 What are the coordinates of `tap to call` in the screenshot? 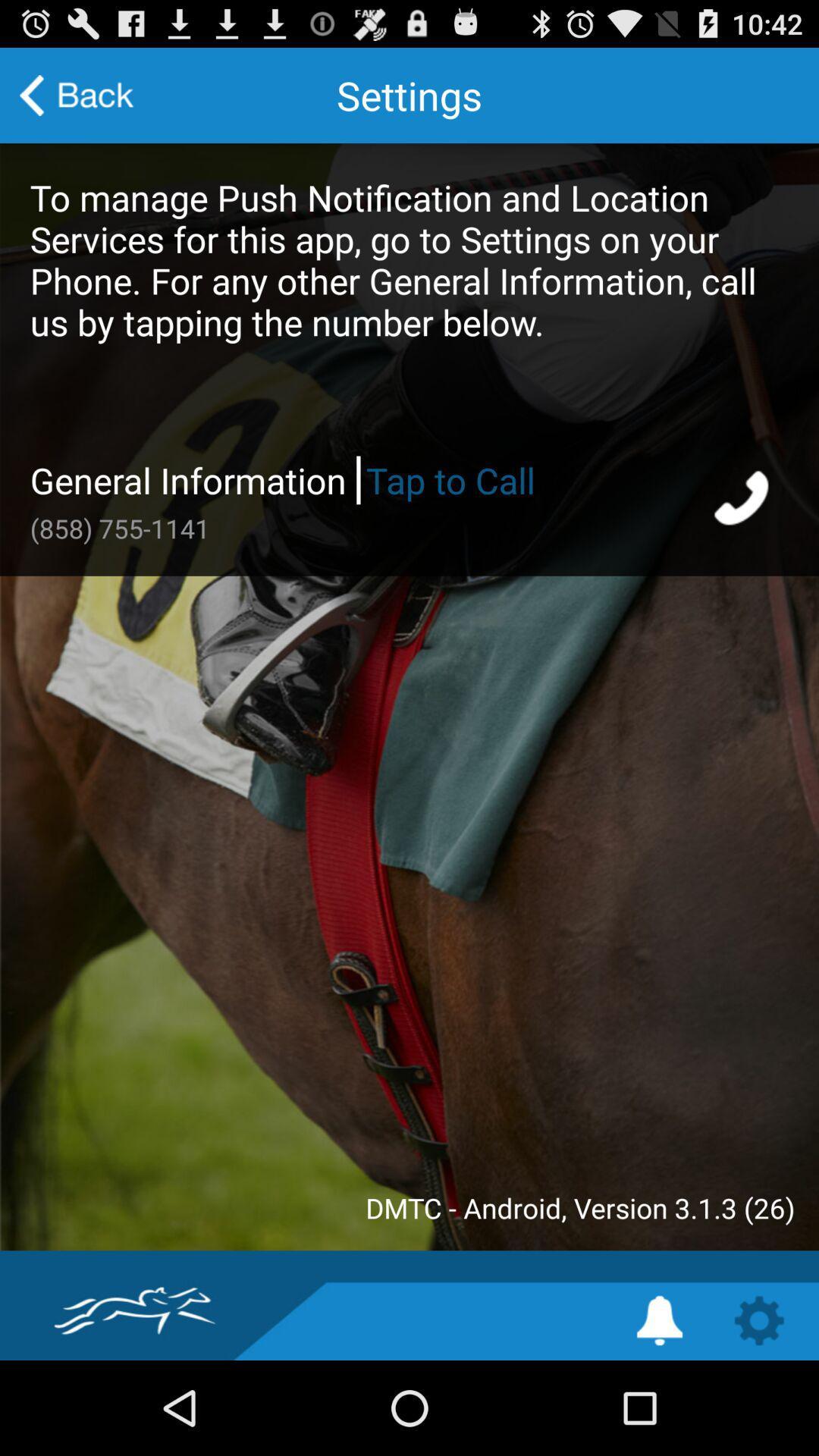 It's located at (742, 500).